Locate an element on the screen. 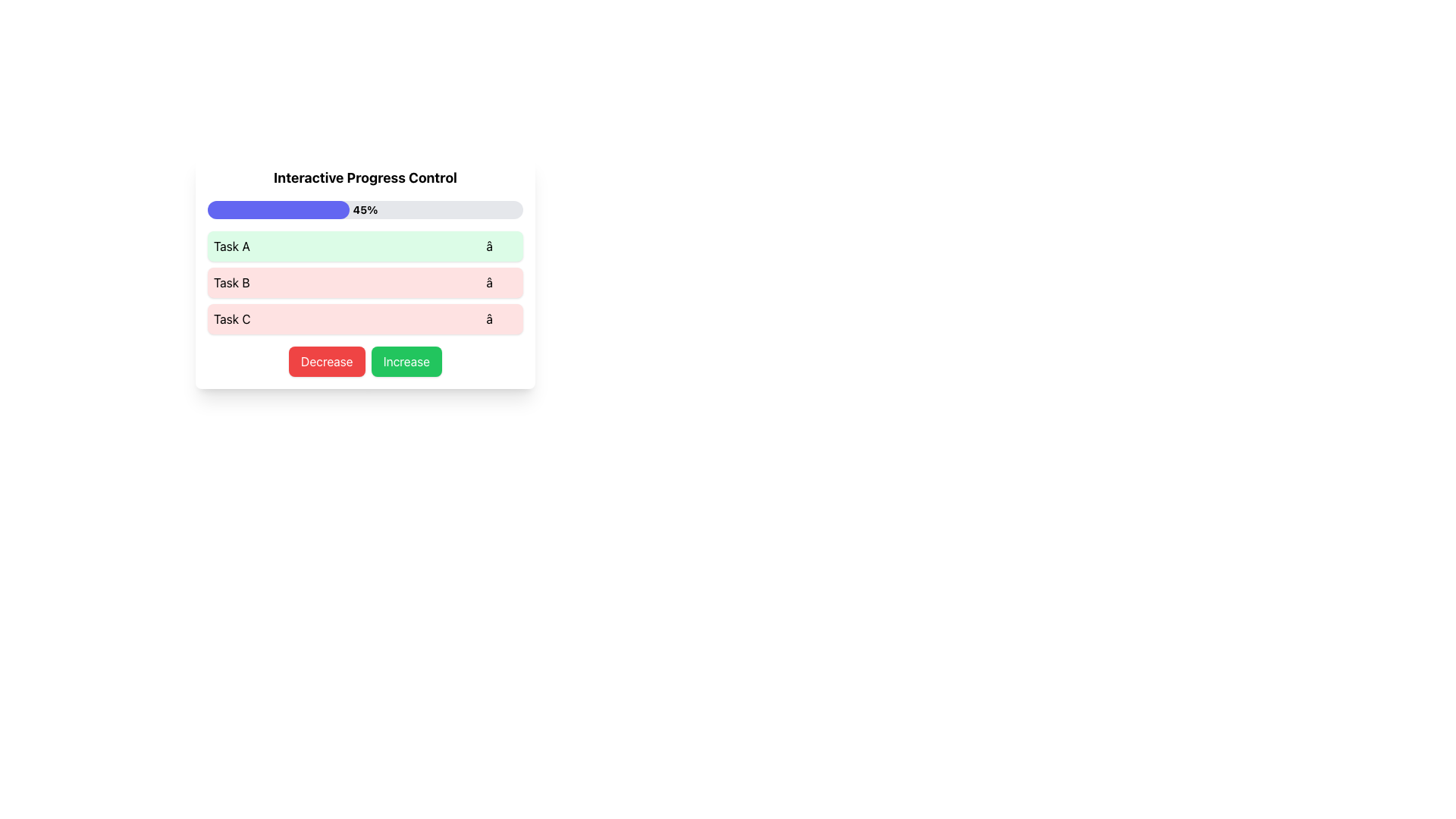 The width and height of the screenshot is (1456, 819). the 'Increase' button, which is the second button in a pair located at the bottom of the interface, to trigger hover effects is located at coordinates (406, 362).